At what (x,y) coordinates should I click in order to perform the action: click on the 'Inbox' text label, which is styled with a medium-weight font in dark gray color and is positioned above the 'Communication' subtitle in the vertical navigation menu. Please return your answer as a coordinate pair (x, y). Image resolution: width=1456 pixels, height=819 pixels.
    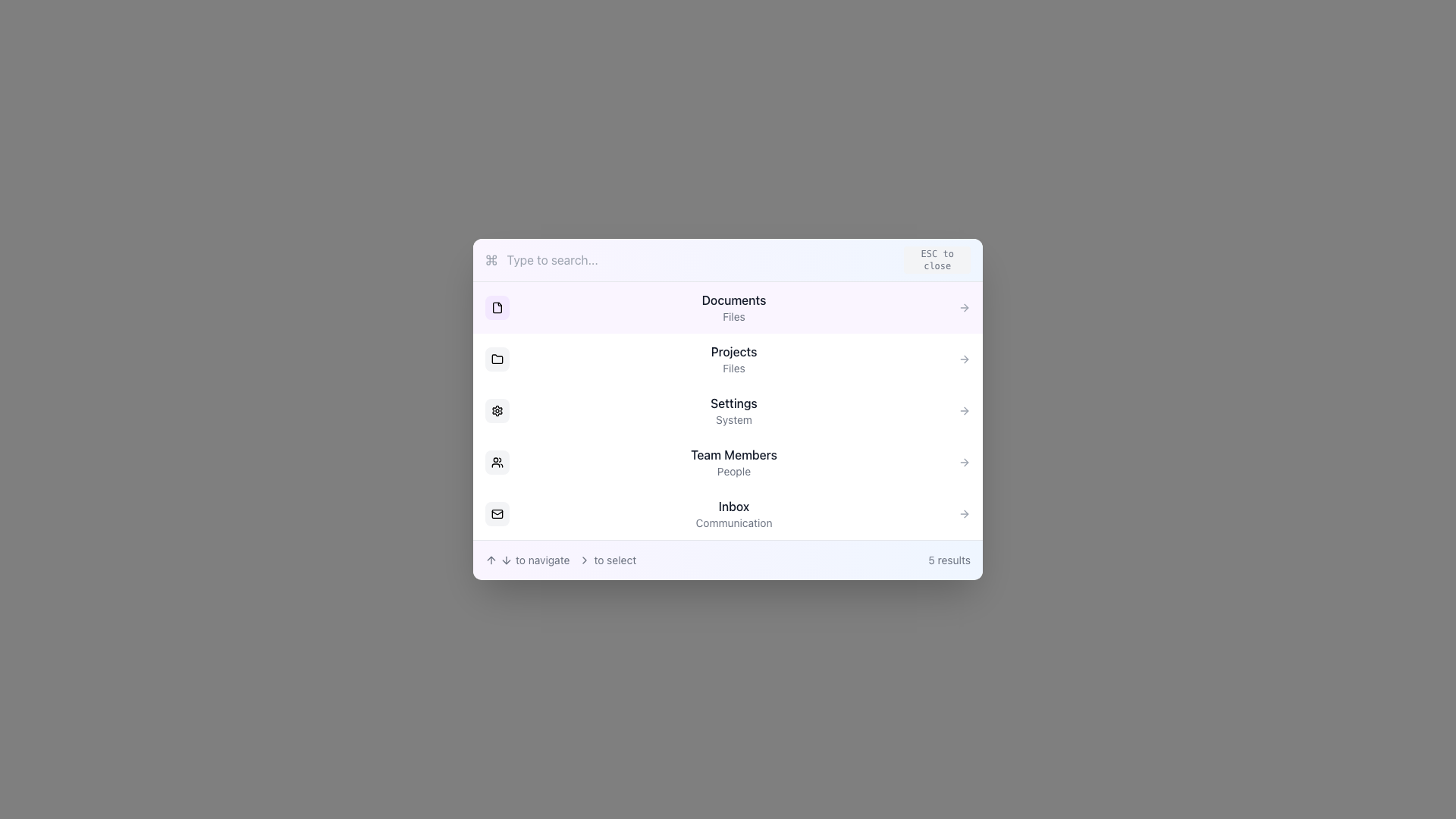
    Looking at the image, I should click on (734, 506).